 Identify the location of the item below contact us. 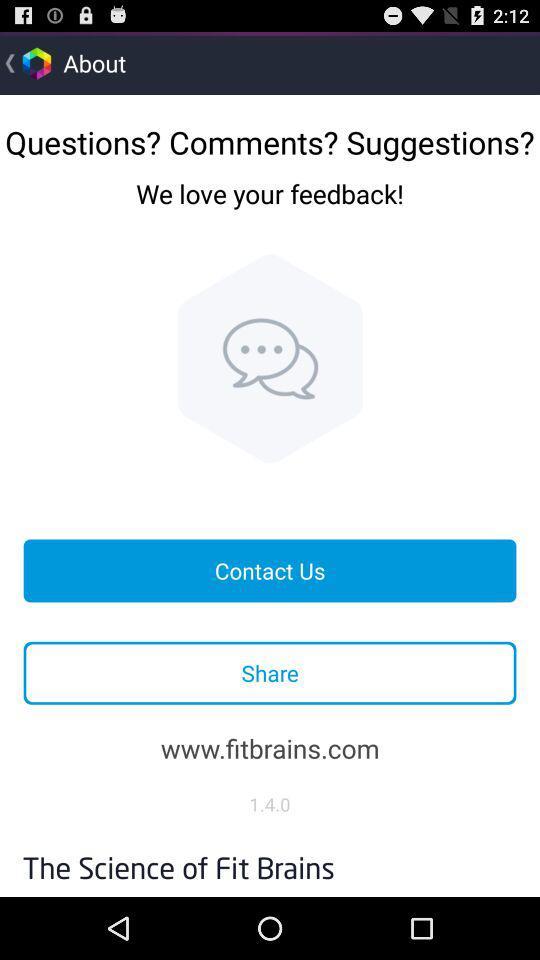
(270, 673).